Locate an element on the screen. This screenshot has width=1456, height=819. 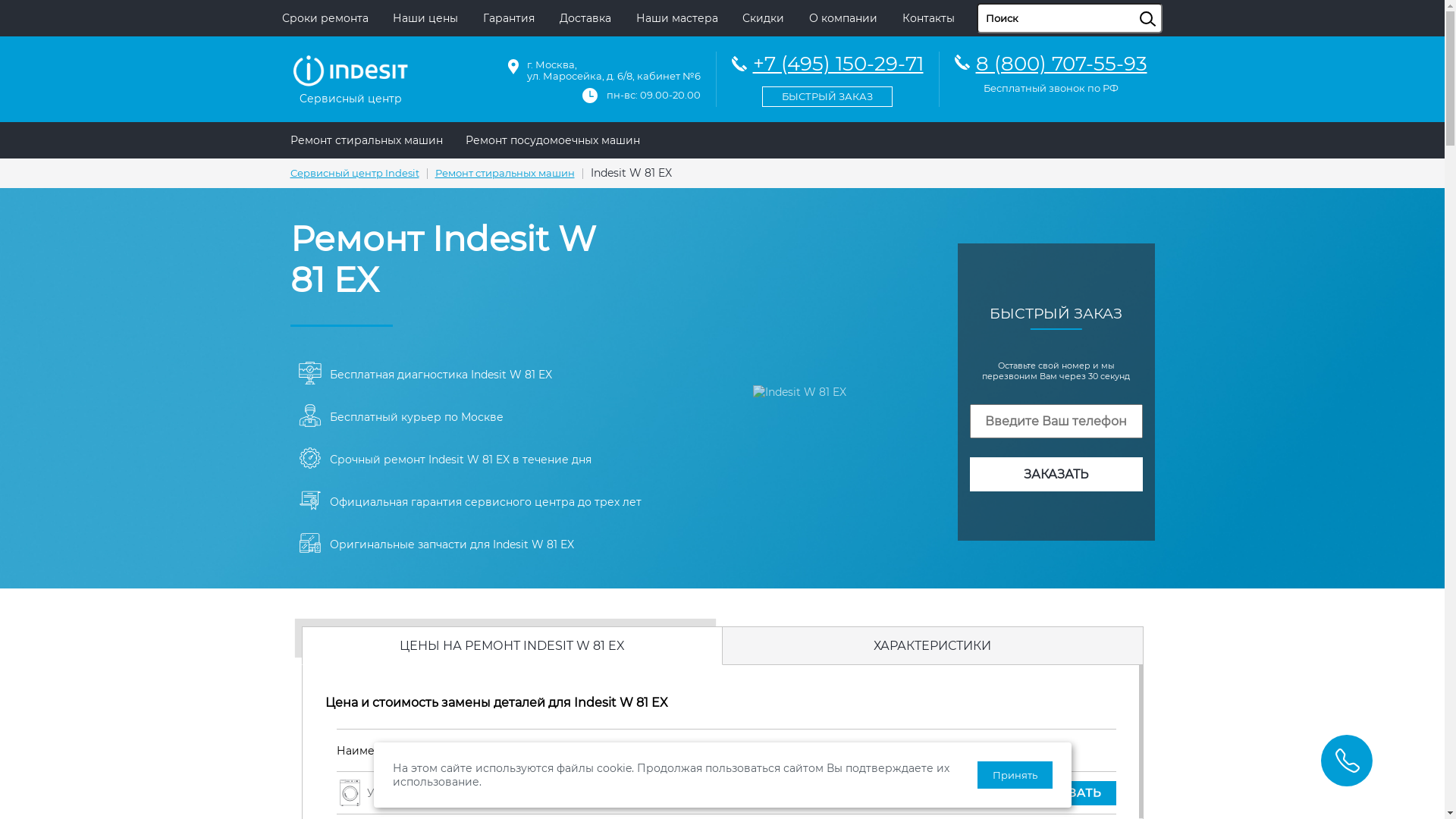
'+7 (495) 150-29-71' is located at coordinates (826, 77).